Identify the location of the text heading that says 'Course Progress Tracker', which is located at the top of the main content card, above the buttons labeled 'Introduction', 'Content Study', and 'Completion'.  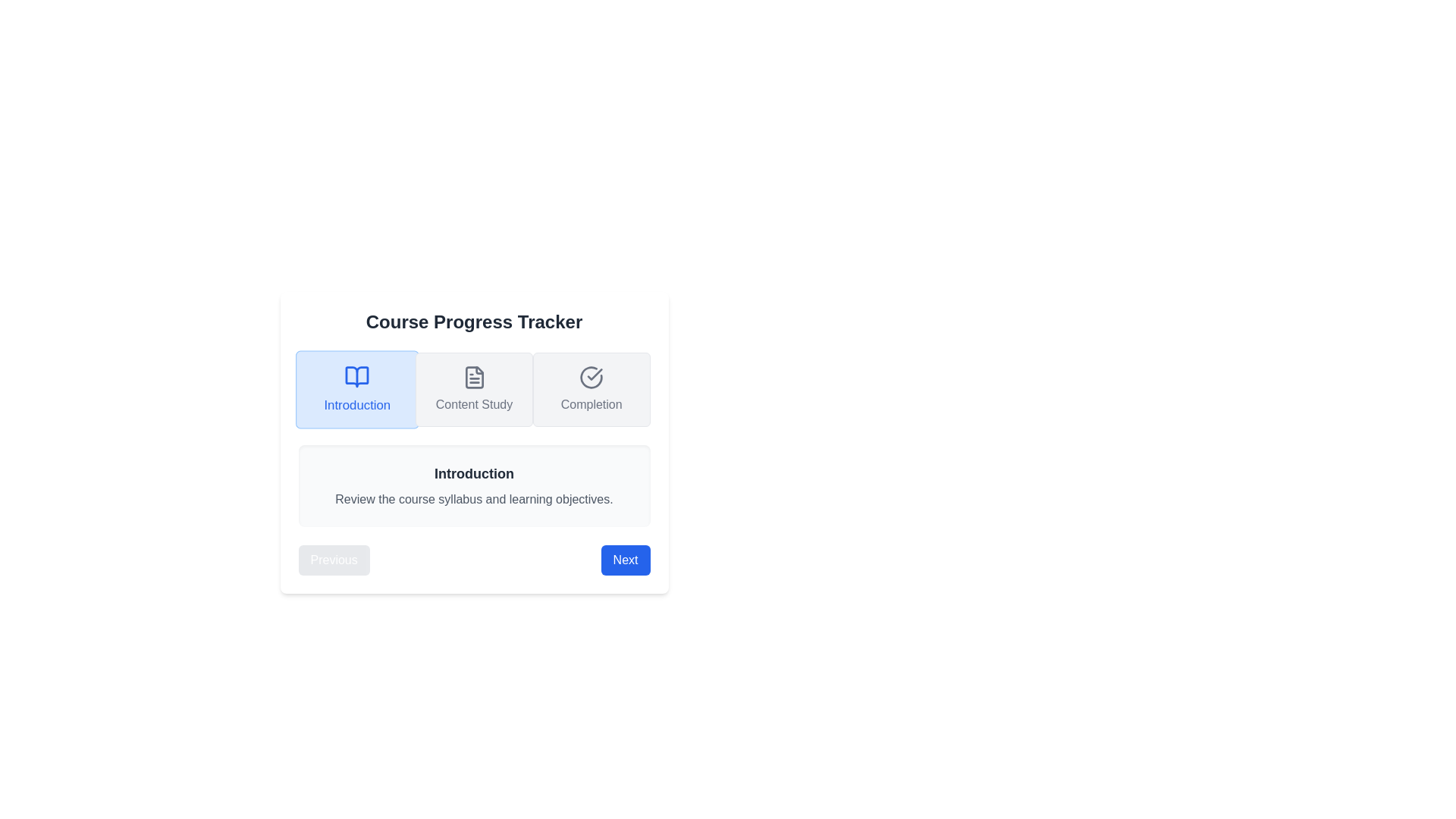
(473, 321).